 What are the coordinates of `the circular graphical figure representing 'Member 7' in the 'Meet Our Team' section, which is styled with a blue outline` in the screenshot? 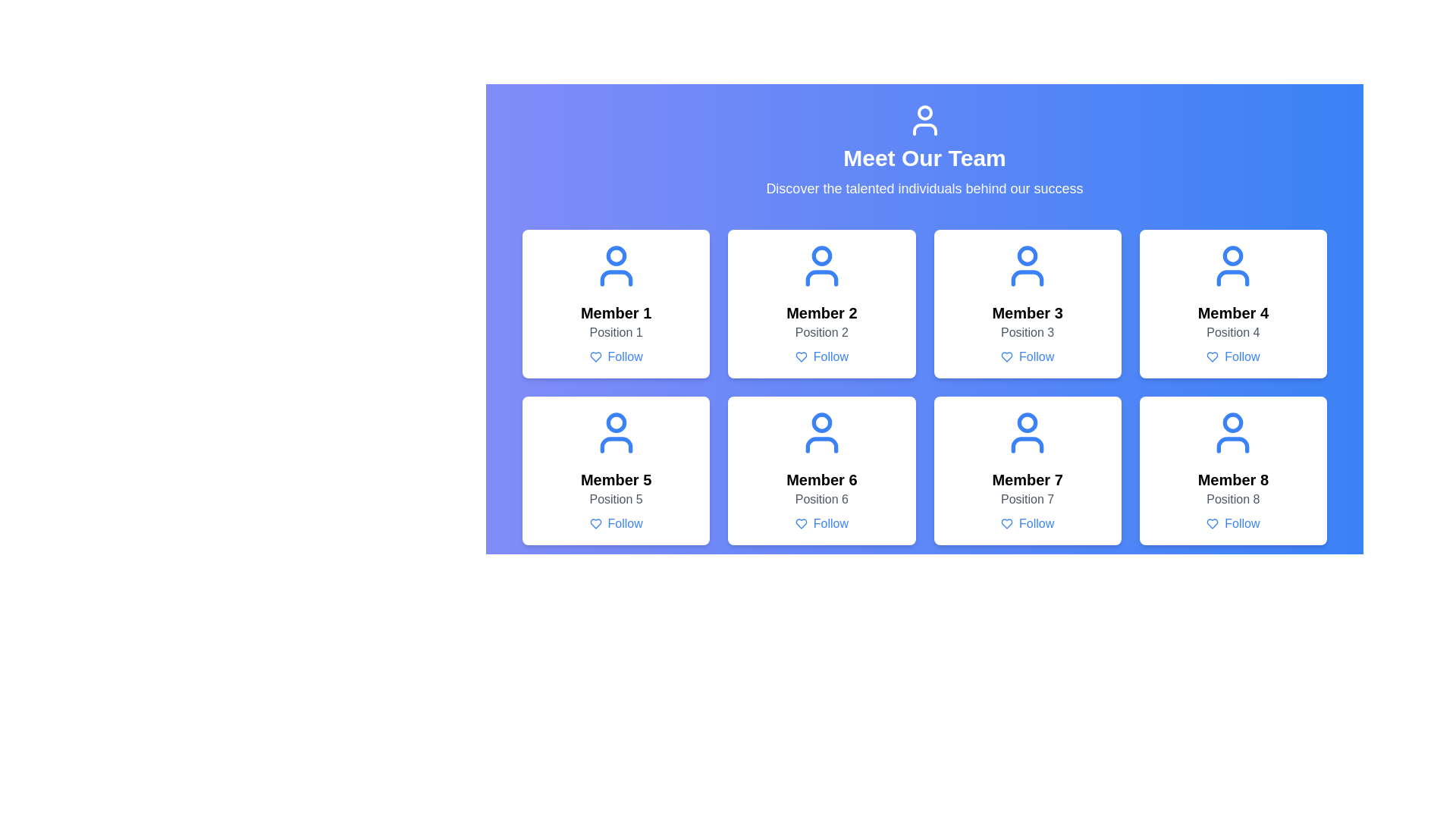 It's located at (1028, 422).